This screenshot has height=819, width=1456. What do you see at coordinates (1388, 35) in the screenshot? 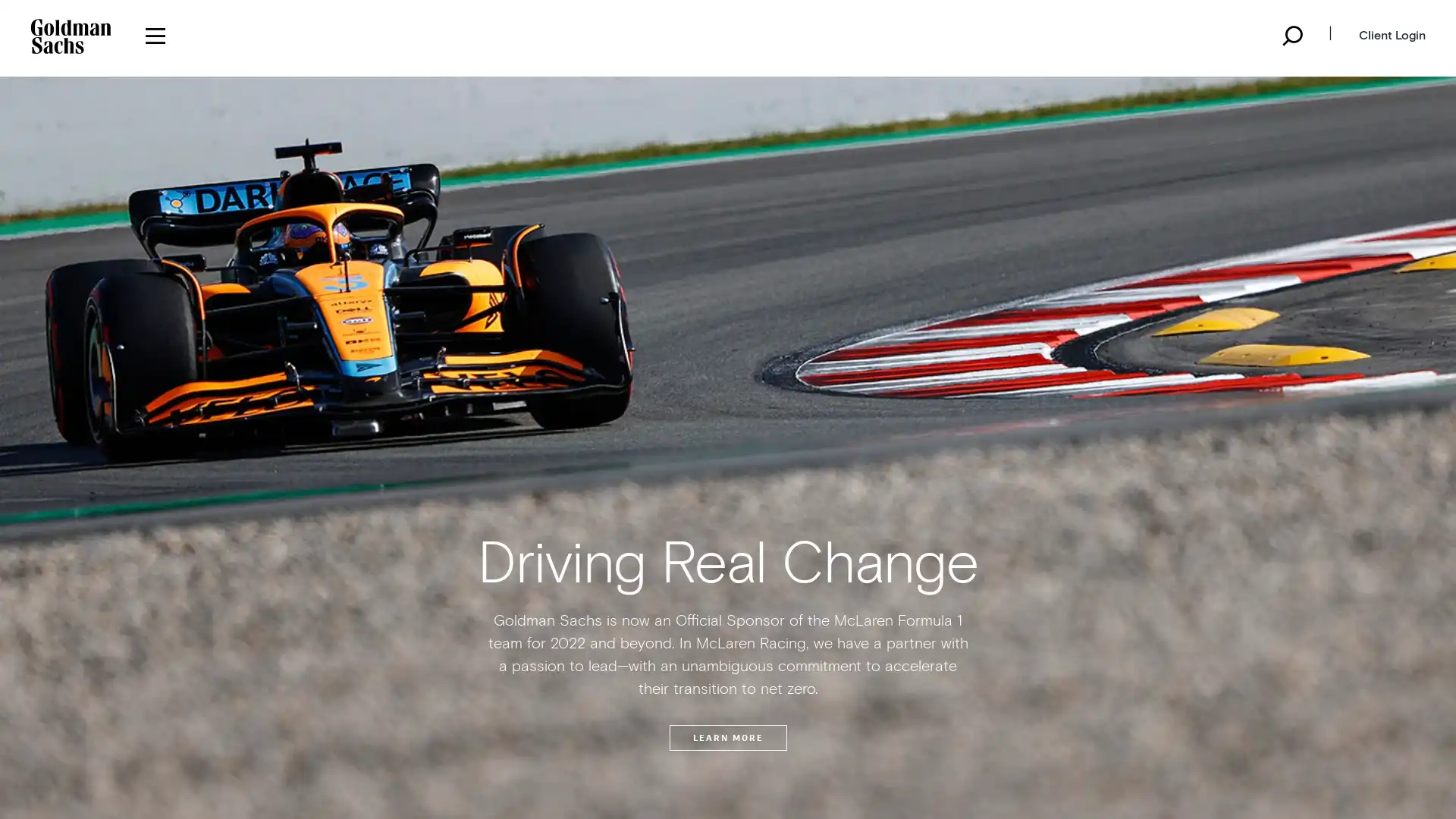
I see `Client Login` at bounding box center [1388, 35].